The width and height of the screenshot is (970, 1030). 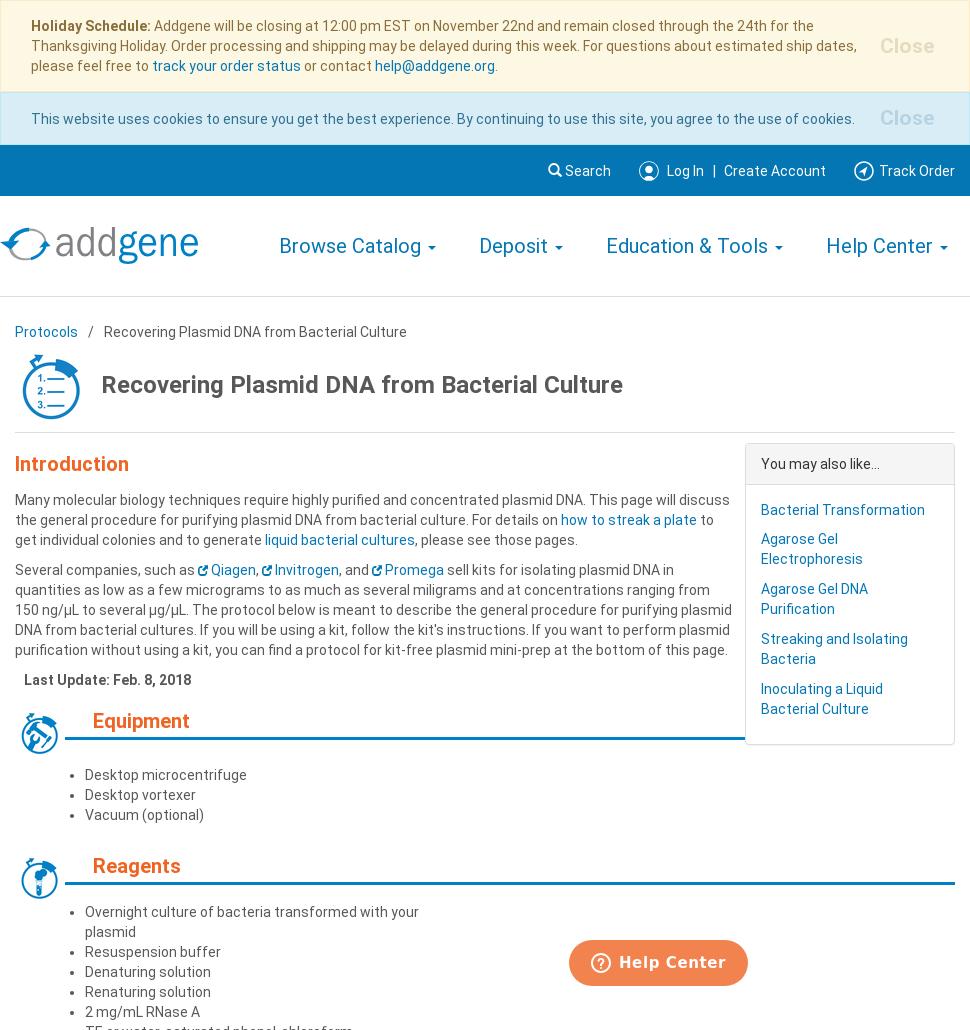 I want to click on 'Create Account', so click(x=774, y=169).